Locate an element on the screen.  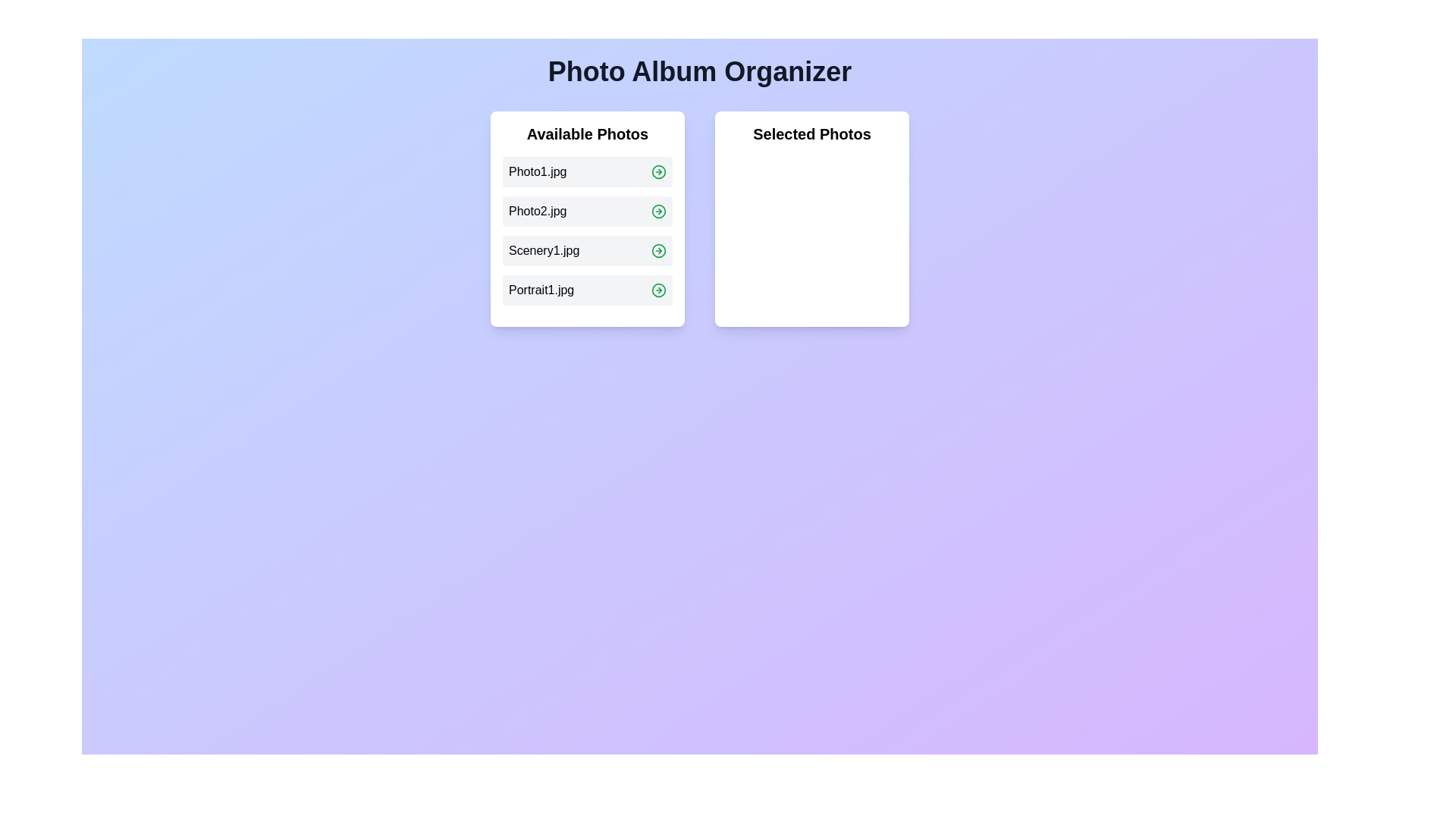
the green arrow icon next to the photo named Photo2.jpg to move it to the 'Selected Photos' list is located at coordinates (658, 211).